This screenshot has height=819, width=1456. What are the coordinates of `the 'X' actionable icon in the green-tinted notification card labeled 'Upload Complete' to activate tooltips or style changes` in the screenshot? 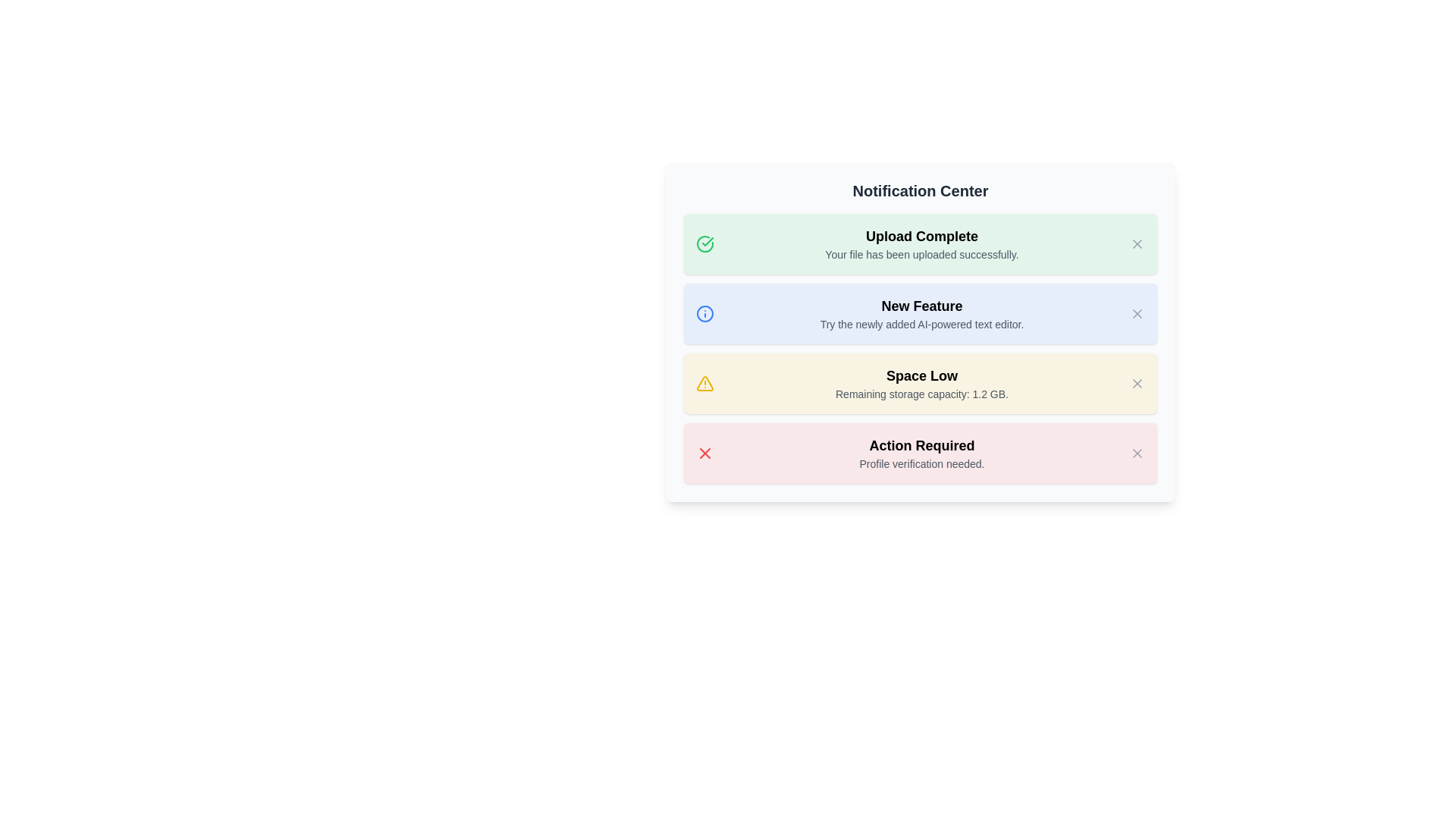 It's located at (1137, 243).